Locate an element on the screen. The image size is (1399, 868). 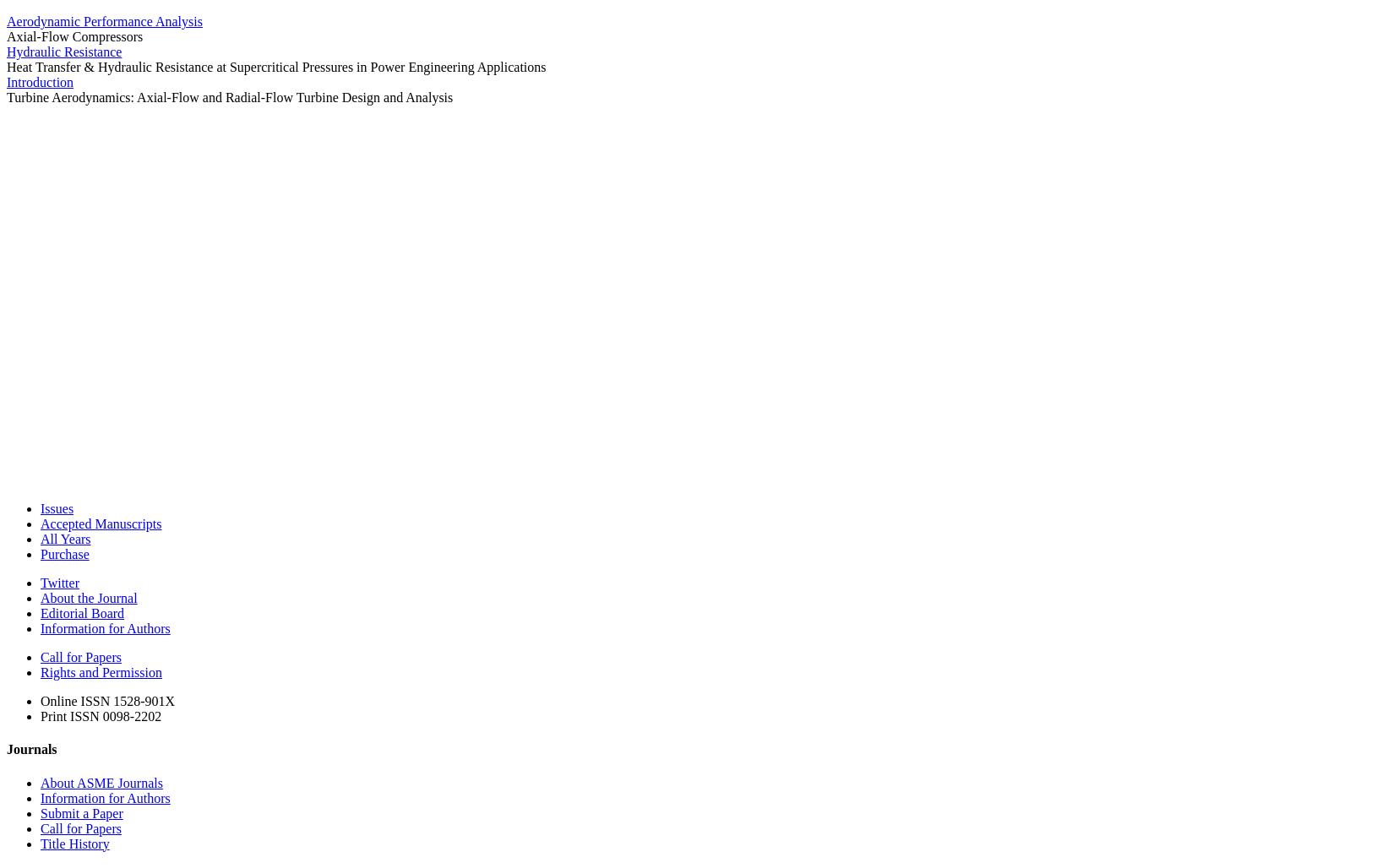
'About ASME Journals' is located at coordinates (101, 782).